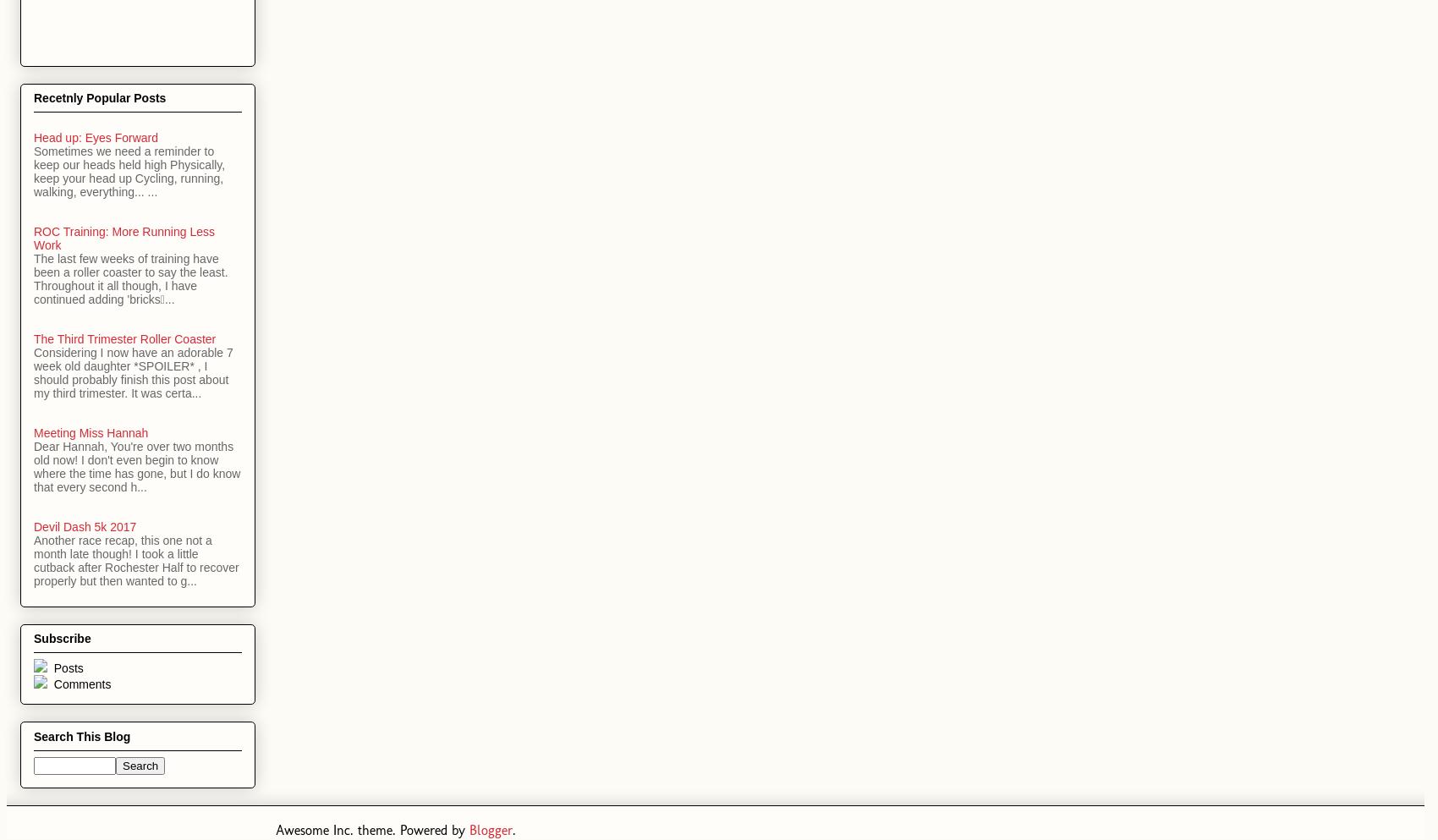 Image resolution: width=1438 pixels, height=840 pixels. I want to click on 'The last few weeks of training have been a roller coaster to say the least. Throughout it all though, I have continued adding 'bricks...', so click(33, 277).